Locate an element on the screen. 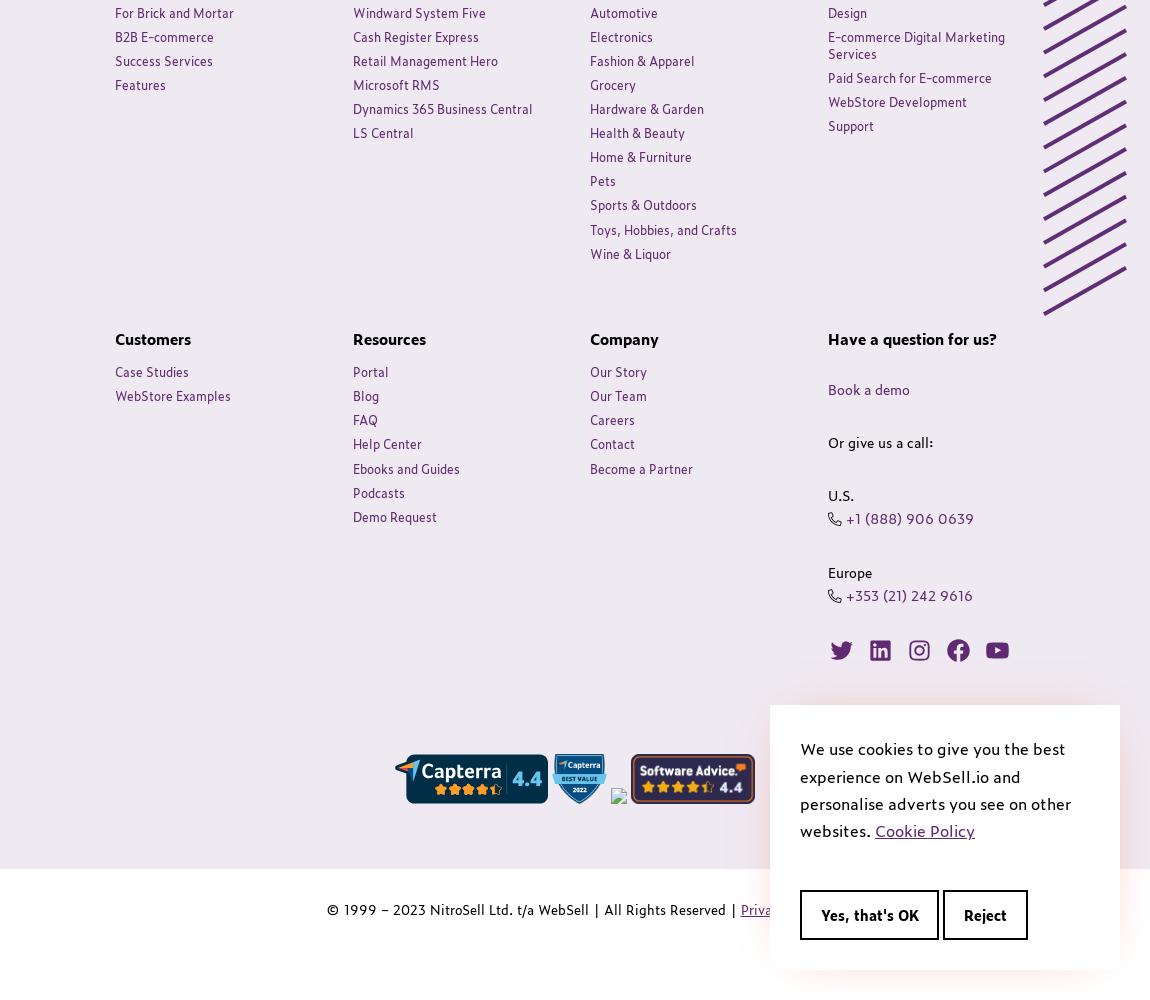  'Electronics' is located at coordinates (620, 35).